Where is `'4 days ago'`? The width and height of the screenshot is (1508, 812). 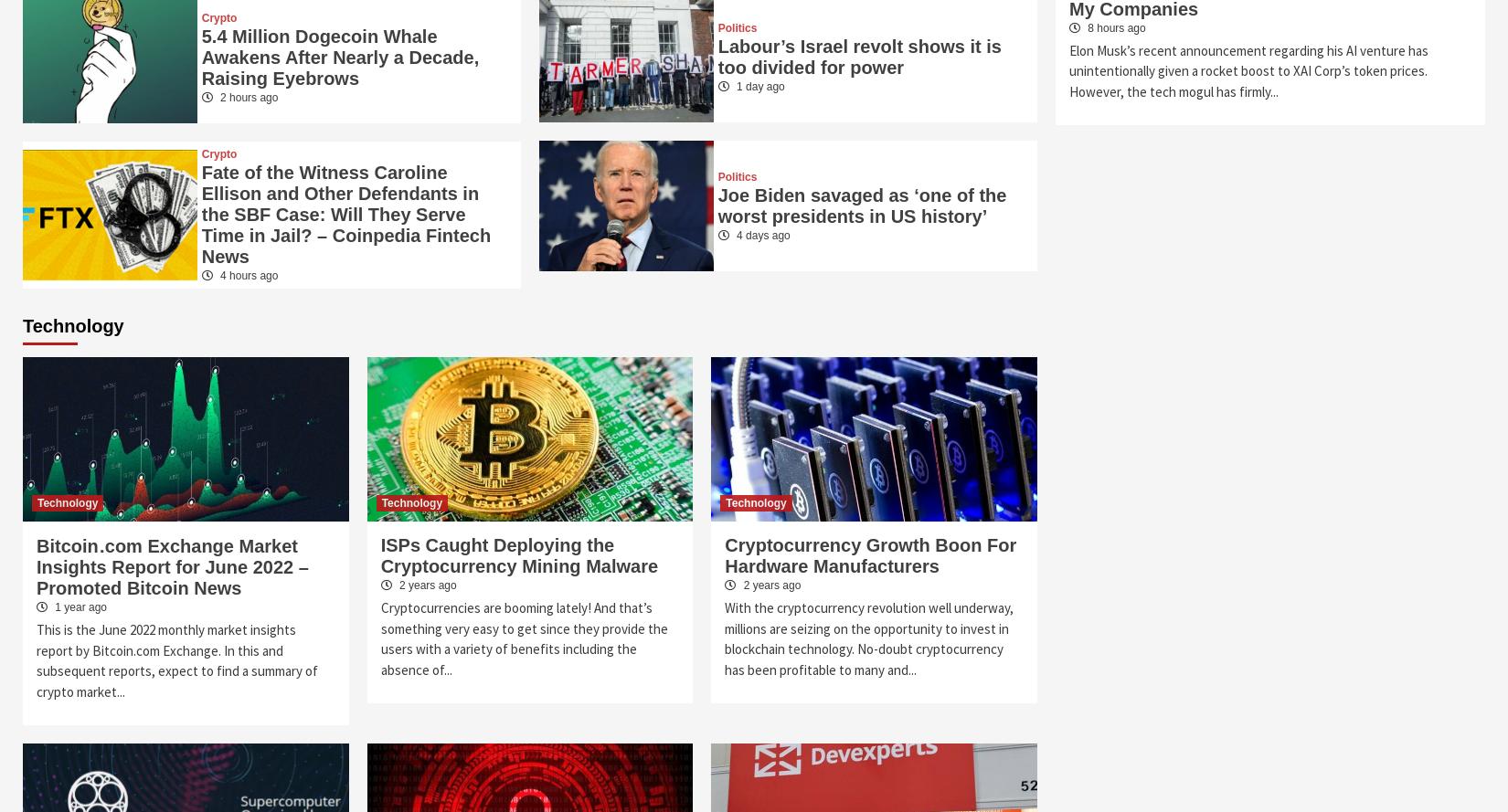 '4 days ago' is located at coordinates (760, 235).